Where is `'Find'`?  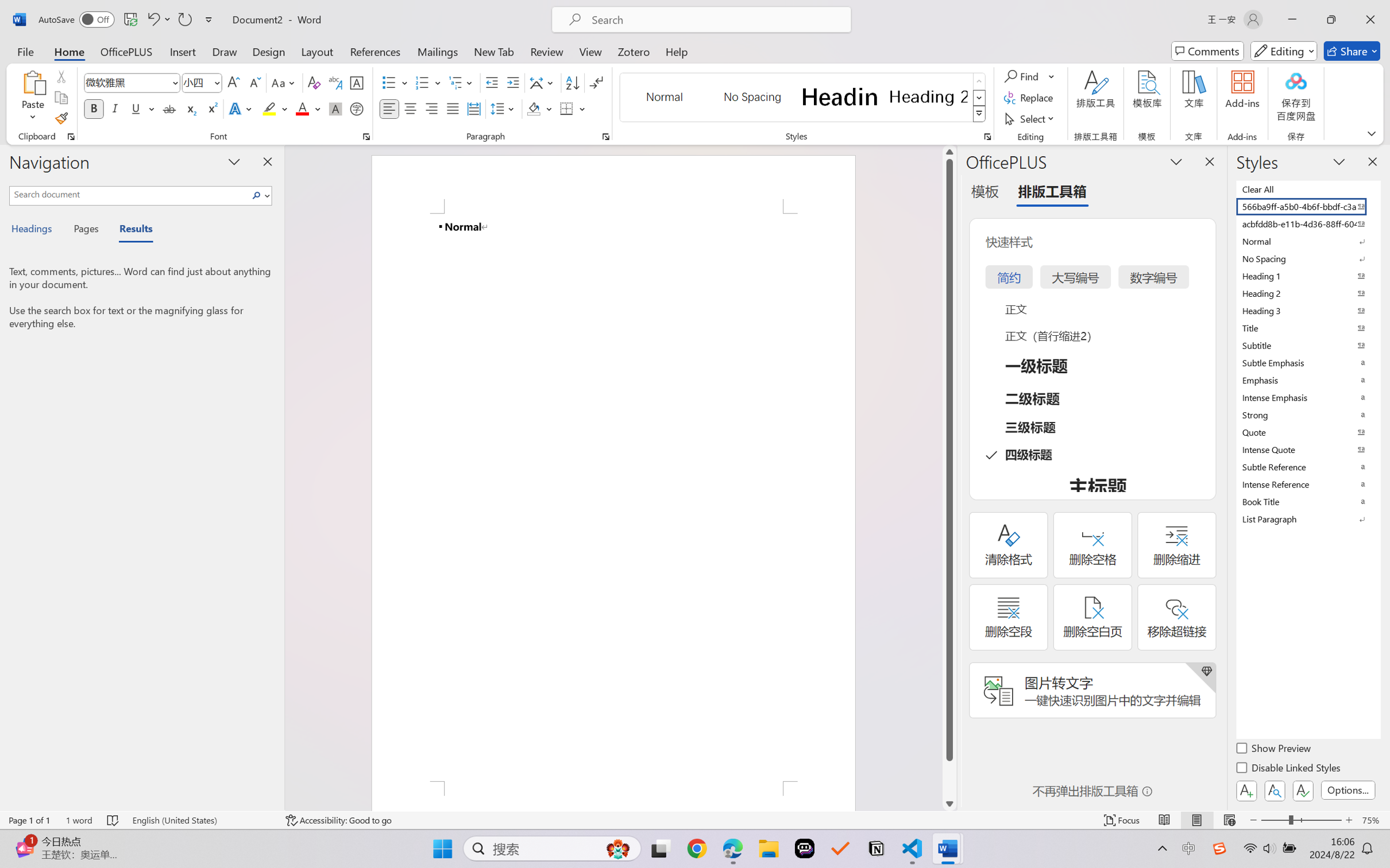 'Find' is located at coordinates (1029, 75).